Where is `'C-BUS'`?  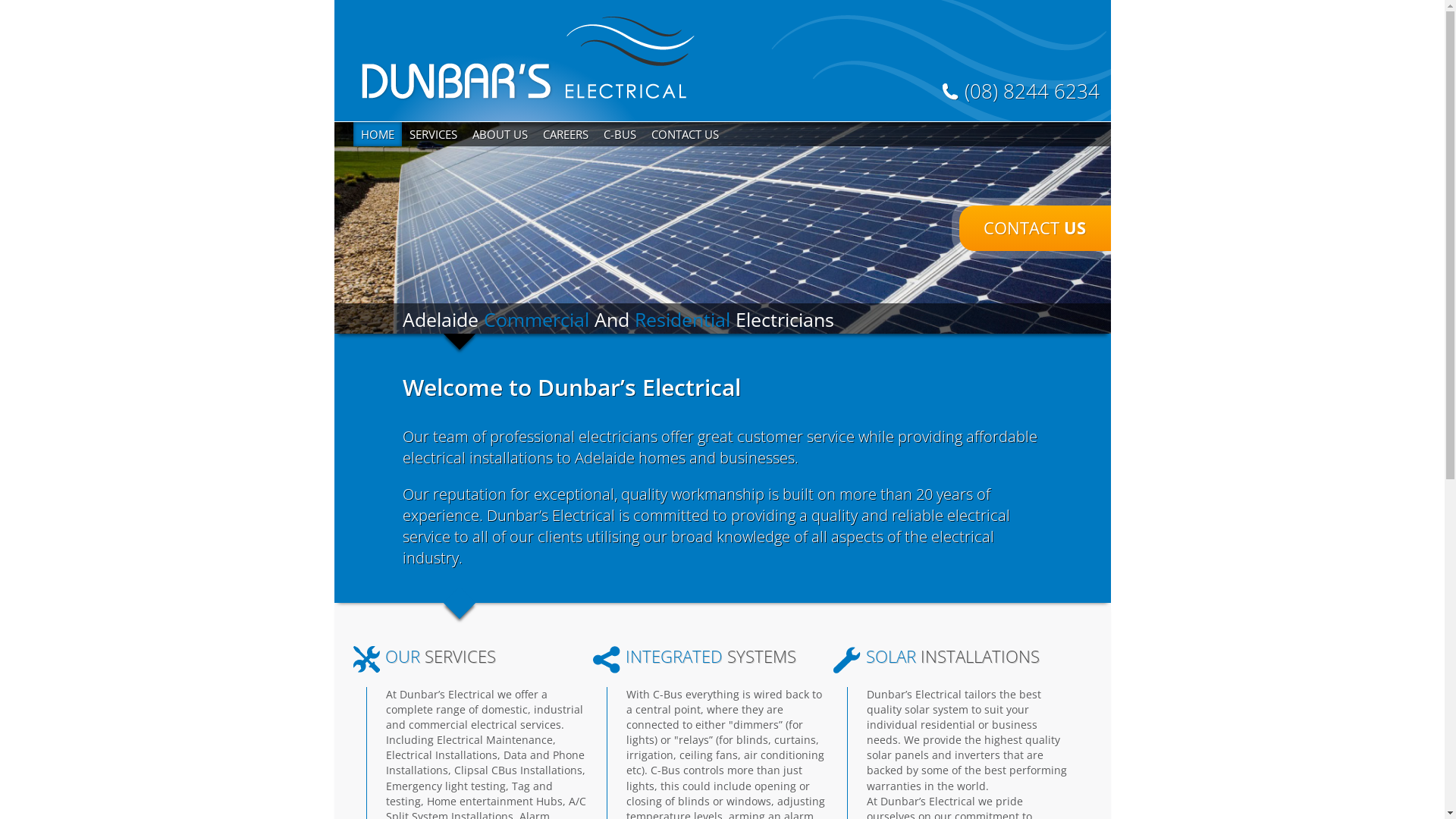
'C-BUS' is located at coordinates (620, 133).